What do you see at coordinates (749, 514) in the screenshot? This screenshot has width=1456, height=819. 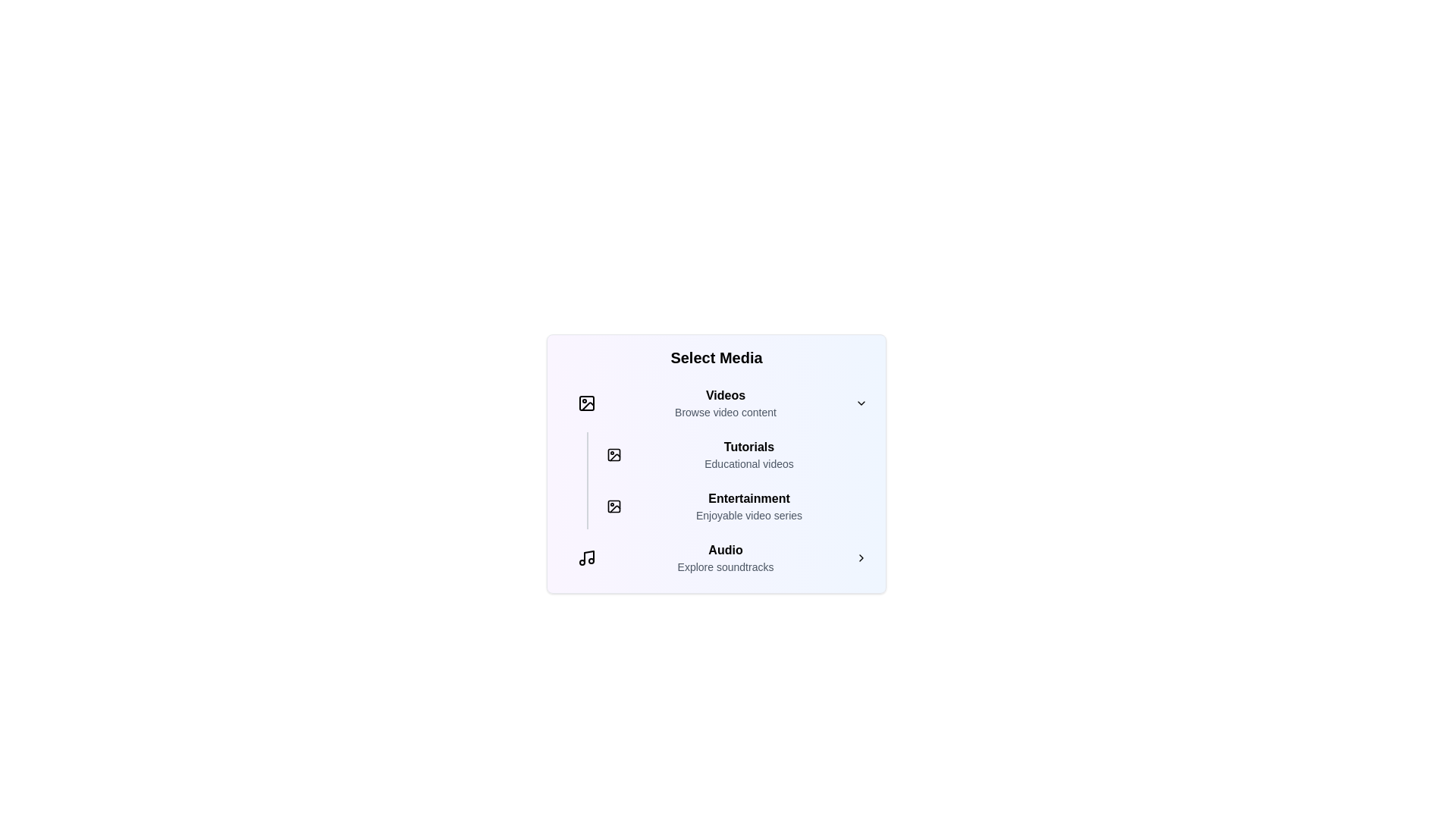 I see `the text label that reads 'Enjoyable video series', styled in a smaller gray font and positioned below the bold heading 'Entertainment'` at bounding box center [749, 514].